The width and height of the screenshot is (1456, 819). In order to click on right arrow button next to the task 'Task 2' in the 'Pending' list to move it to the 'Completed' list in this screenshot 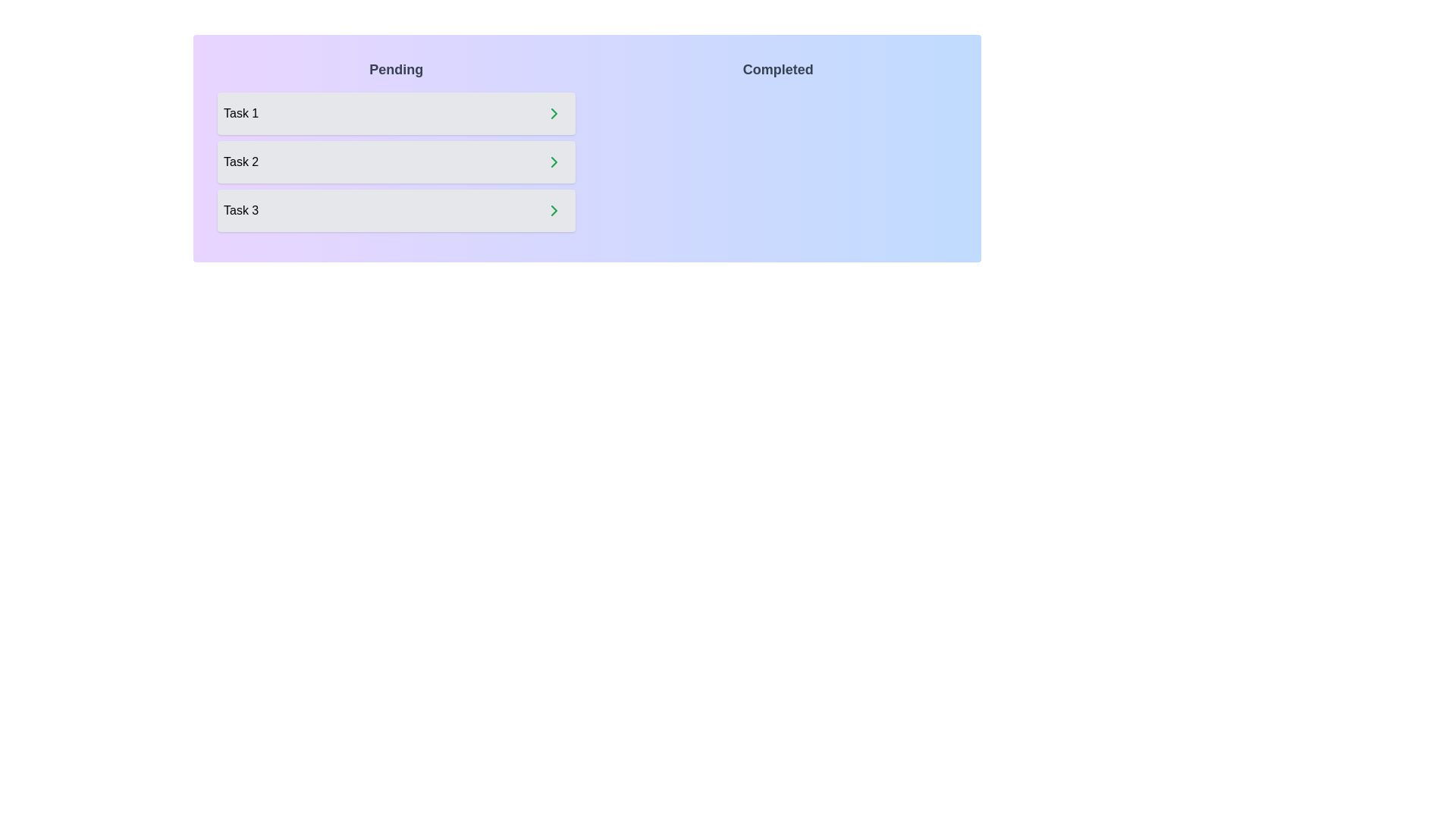, I will do `click(553, 162)`.